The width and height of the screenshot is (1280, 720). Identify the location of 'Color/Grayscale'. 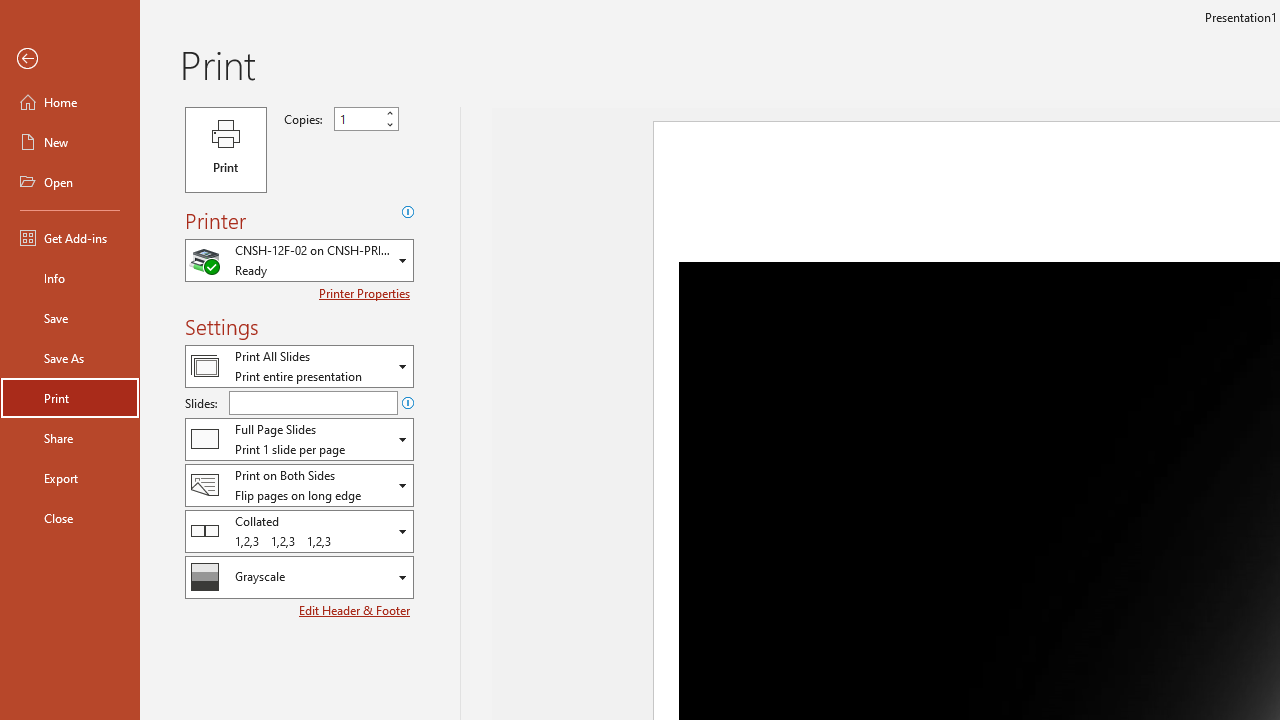
(298, 577).